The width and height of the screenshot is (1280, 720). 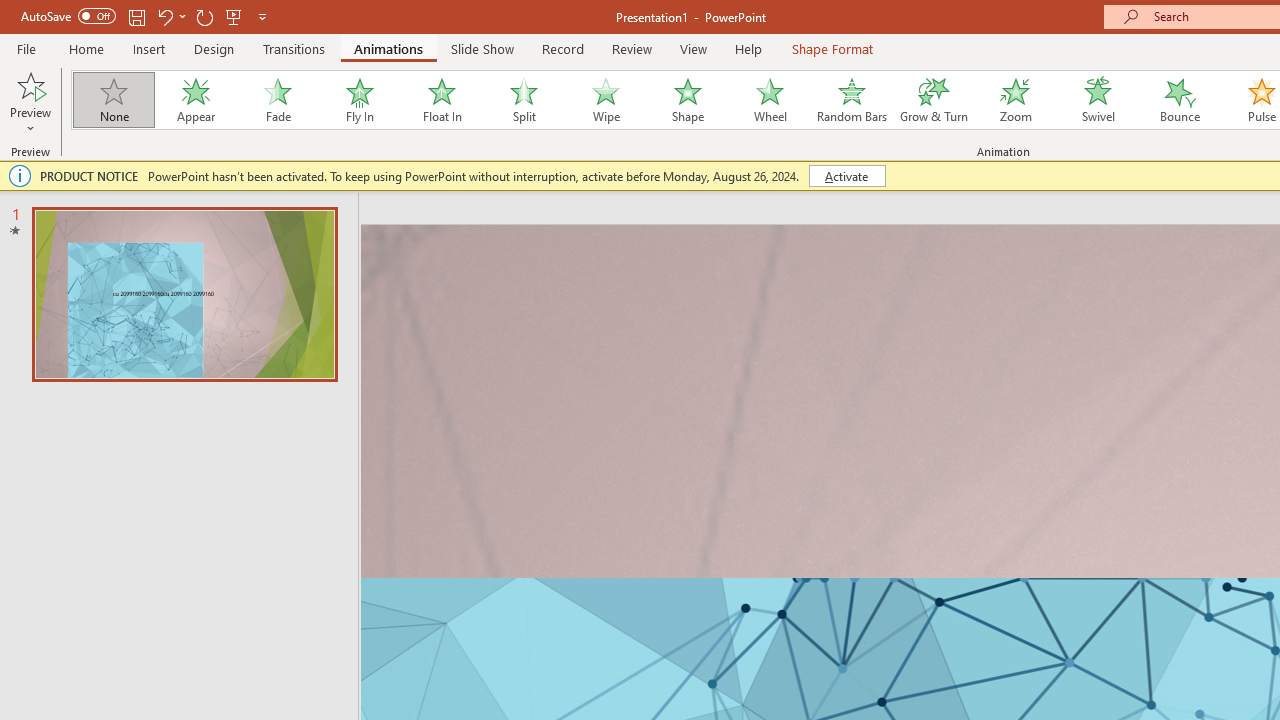 I want to click on 'Wipe', so click(x=604, y=100).